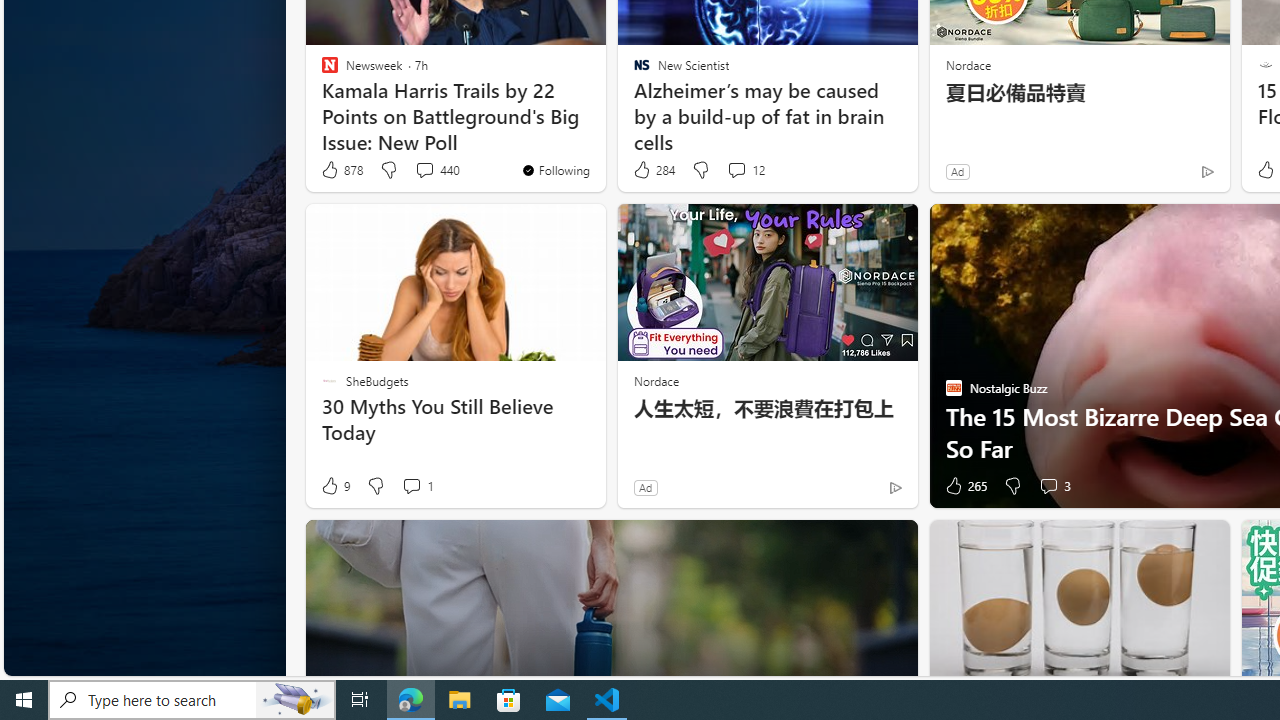 The image size is (1280, 720). What do you see at coordinates (416, 486) in the screenshot?
I see `'View comments 1 Comment'` at bounding box center [416, 486].